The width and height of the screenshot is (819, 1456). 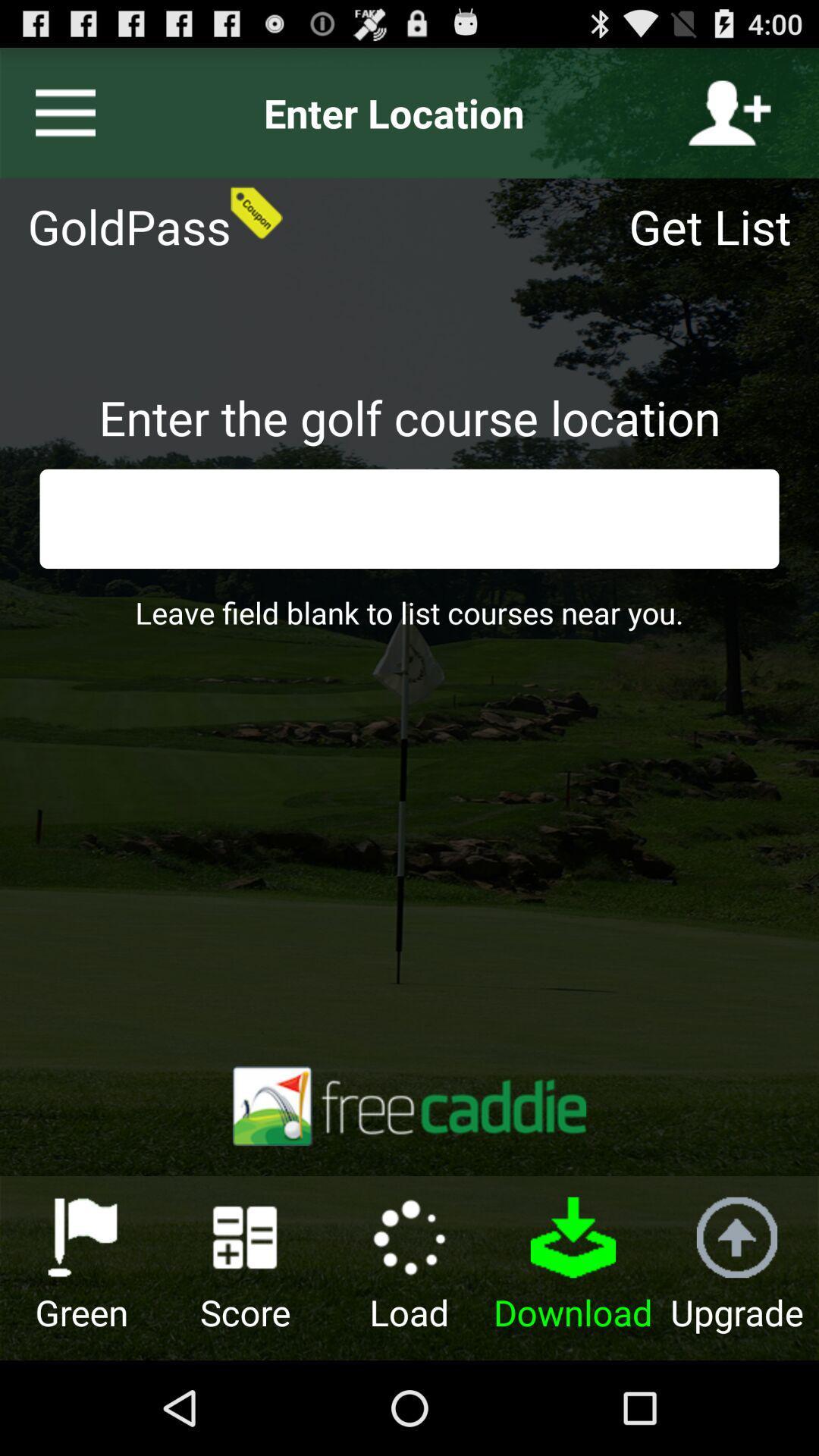 What do you see at coordinates (58, 112) in the screenshot?
I see `the icon next to the enter location icon` at bounding box center [58, 112].